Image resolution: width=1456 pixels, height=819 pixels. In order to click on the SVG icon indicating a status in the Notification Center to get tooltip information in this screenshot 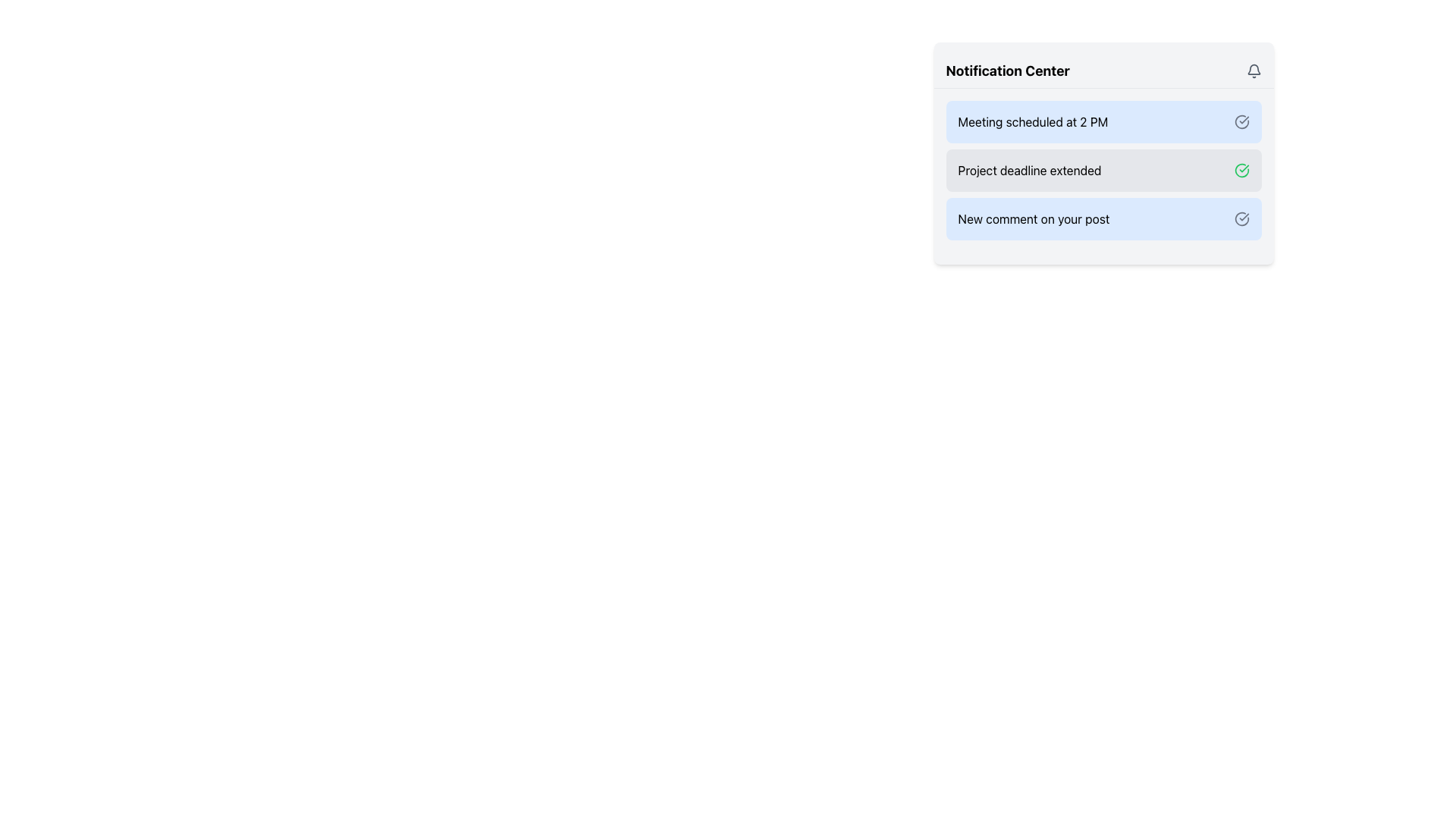, I will do `click(1241, 121)`.